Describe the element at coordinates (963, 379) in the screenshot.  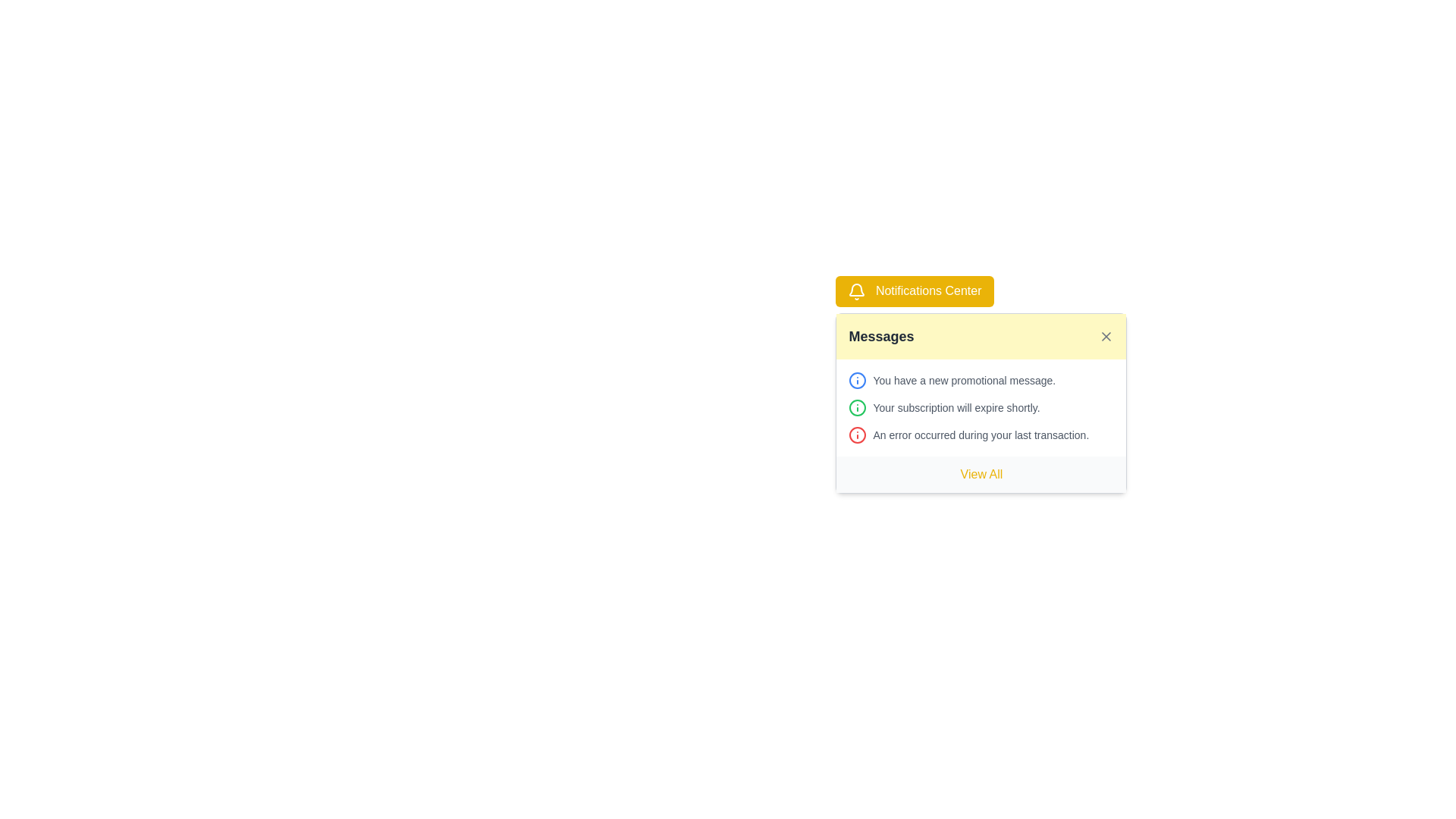
I see `the text display that conveys notifications about new promotional messages, located under the 'Messages' header in the notifications display` at that location.